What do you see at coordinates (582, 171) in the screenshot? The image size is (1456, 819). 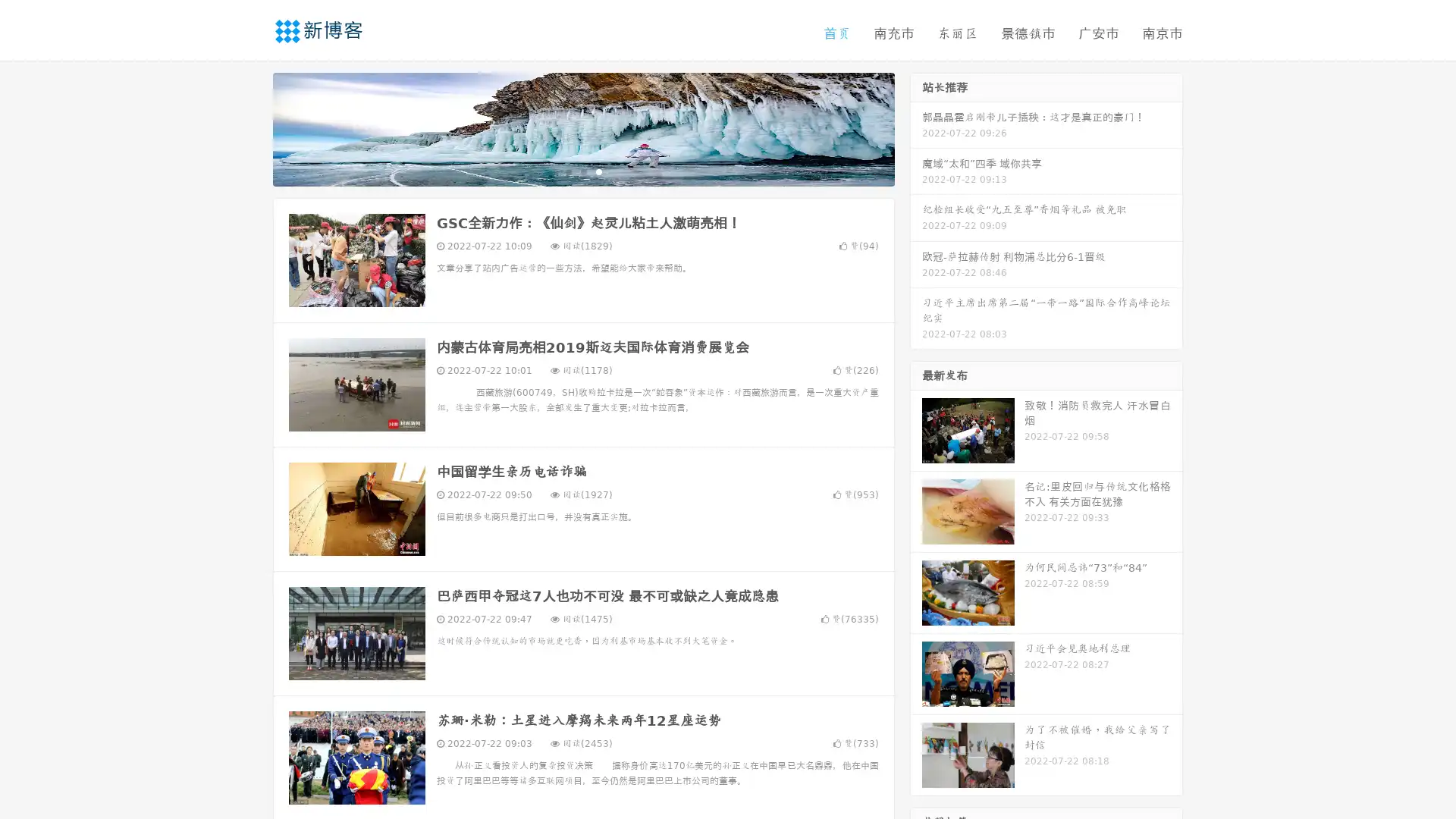 I see `Go to slide 2` at bounding box center [582, 171].